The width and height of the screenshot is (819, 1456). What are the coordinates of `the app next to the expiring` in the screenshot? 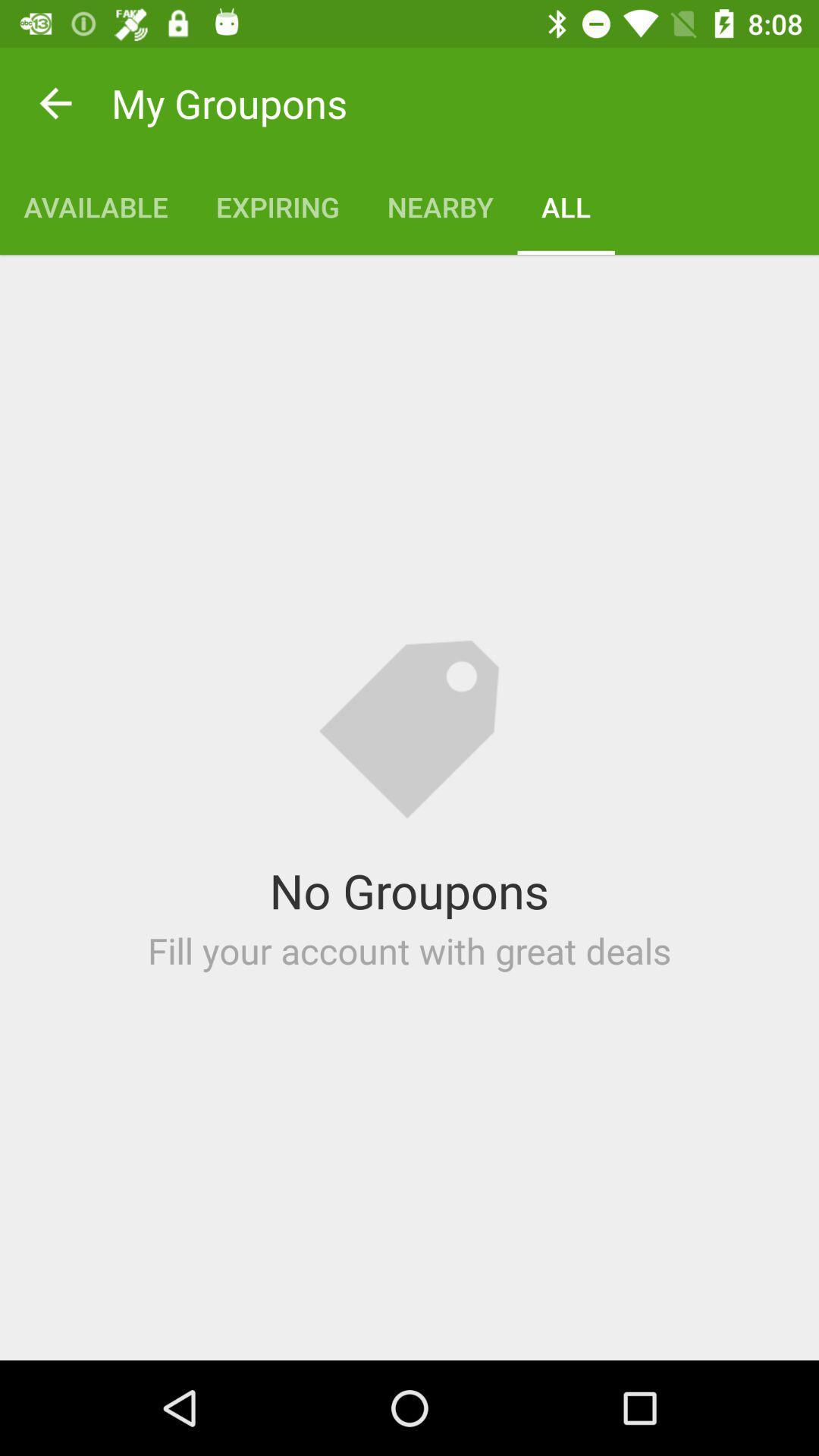 It's located at (440, 206).